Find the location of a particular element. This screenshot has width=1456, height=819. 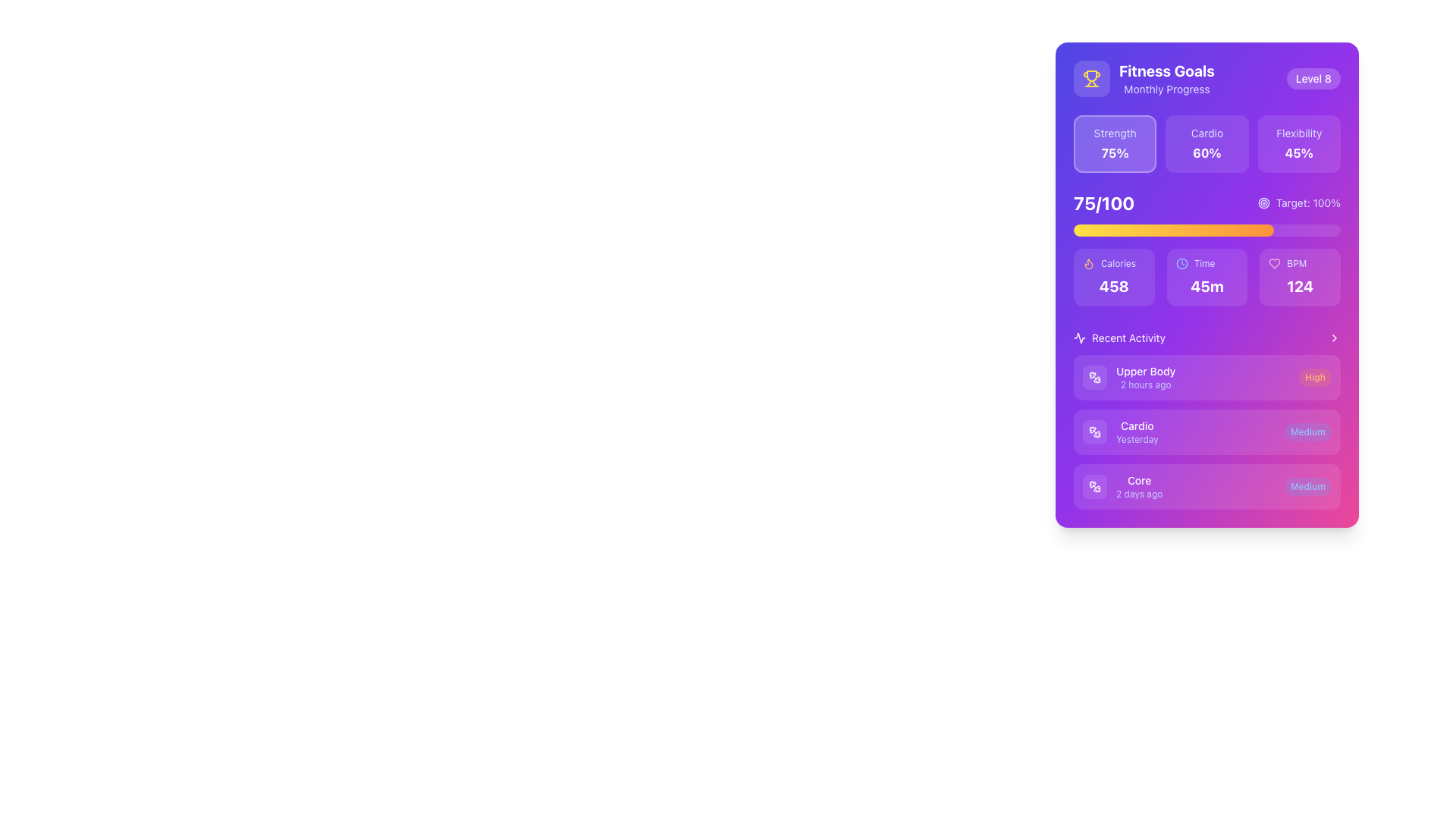

the largest circular SVG graphical element in the target icon, located near the 'Target: 100%' label in the fitness card interface is located at coordinates (1263, 202).